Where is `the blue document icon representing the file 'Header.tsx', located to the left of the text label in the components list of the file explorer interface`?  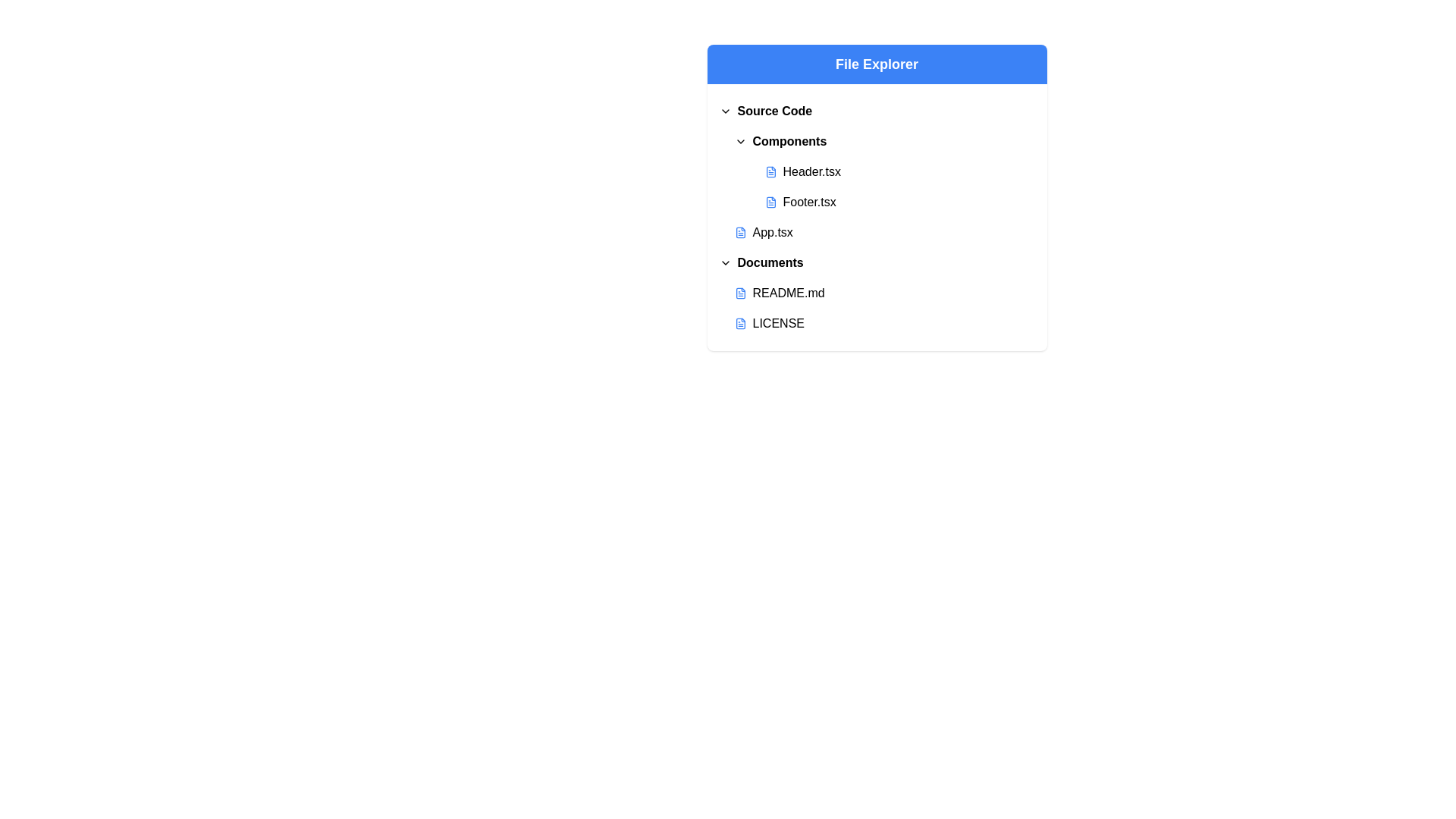 the blue document icon representing the file 'Header.tsx', located to the left of the text label in the components list of the file explorer interface is located at coordinates (770, 171).